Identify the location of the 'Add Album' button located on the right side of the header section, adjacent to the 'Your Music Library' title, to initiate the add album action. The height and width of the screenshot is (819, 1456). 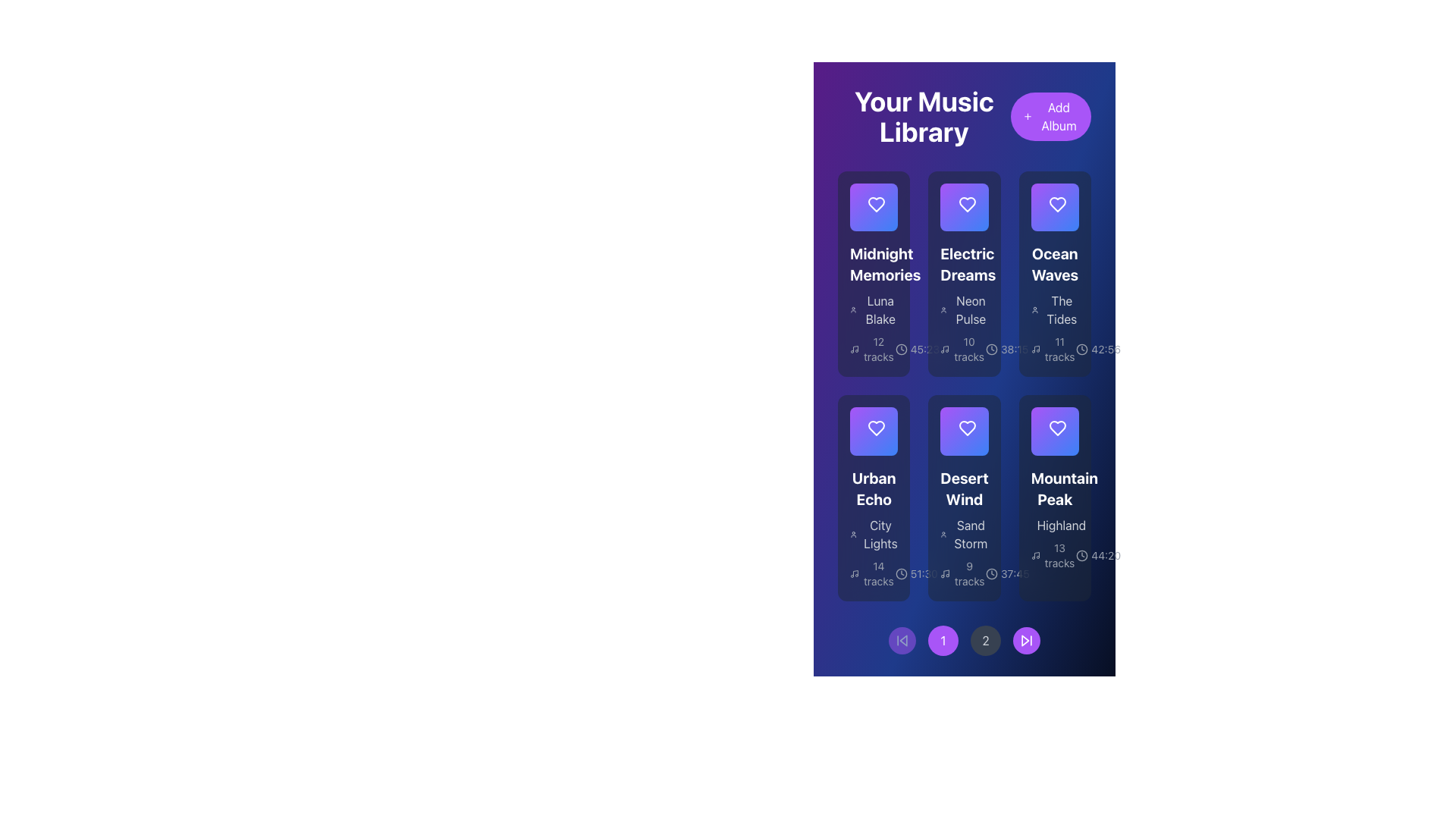
(1050, 116).